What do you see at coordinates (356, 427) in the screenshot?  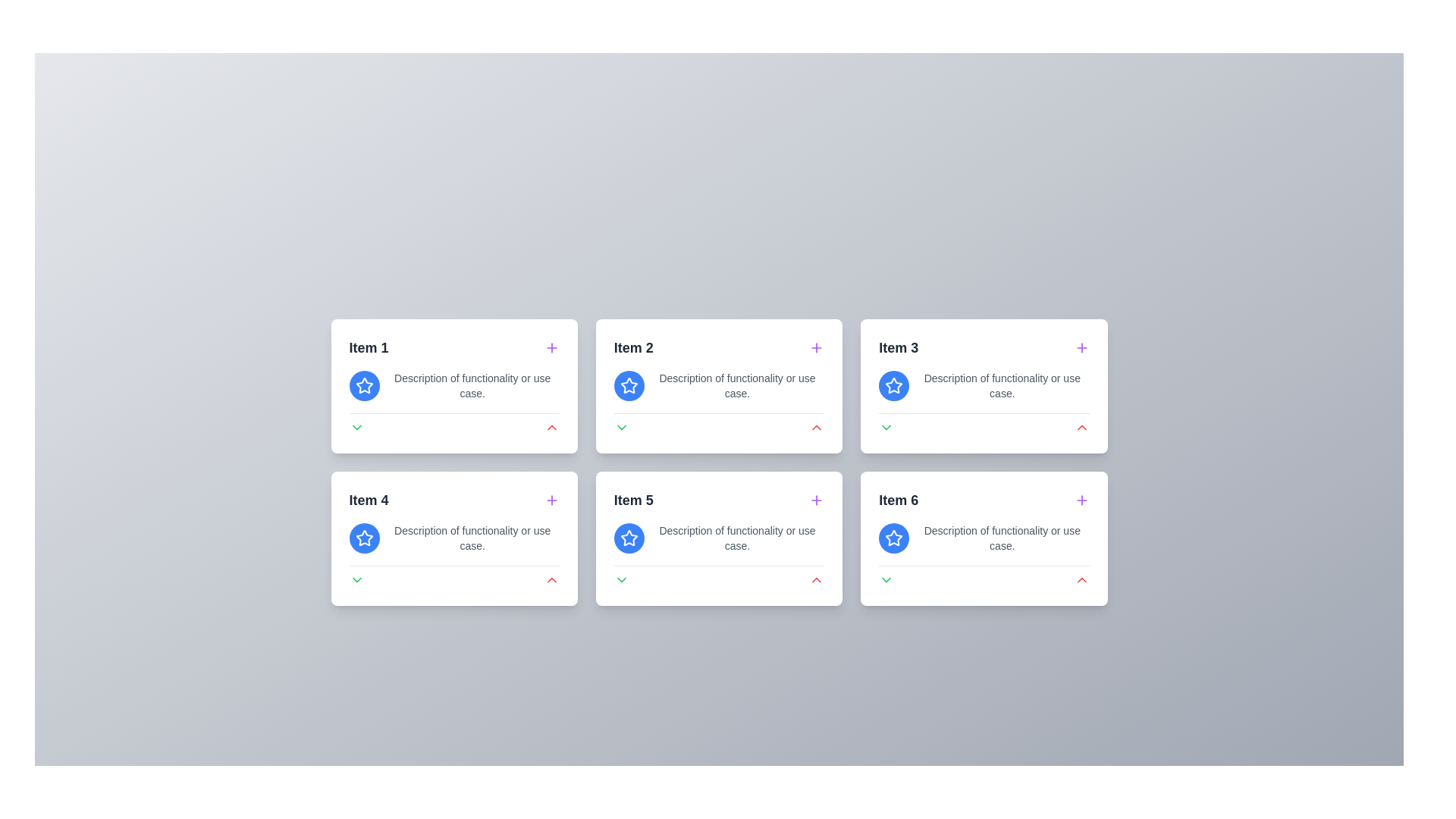 I see `the downward chevron icon located at the bottom left of the first card in the grid layout` at bounding box center [356, 427].